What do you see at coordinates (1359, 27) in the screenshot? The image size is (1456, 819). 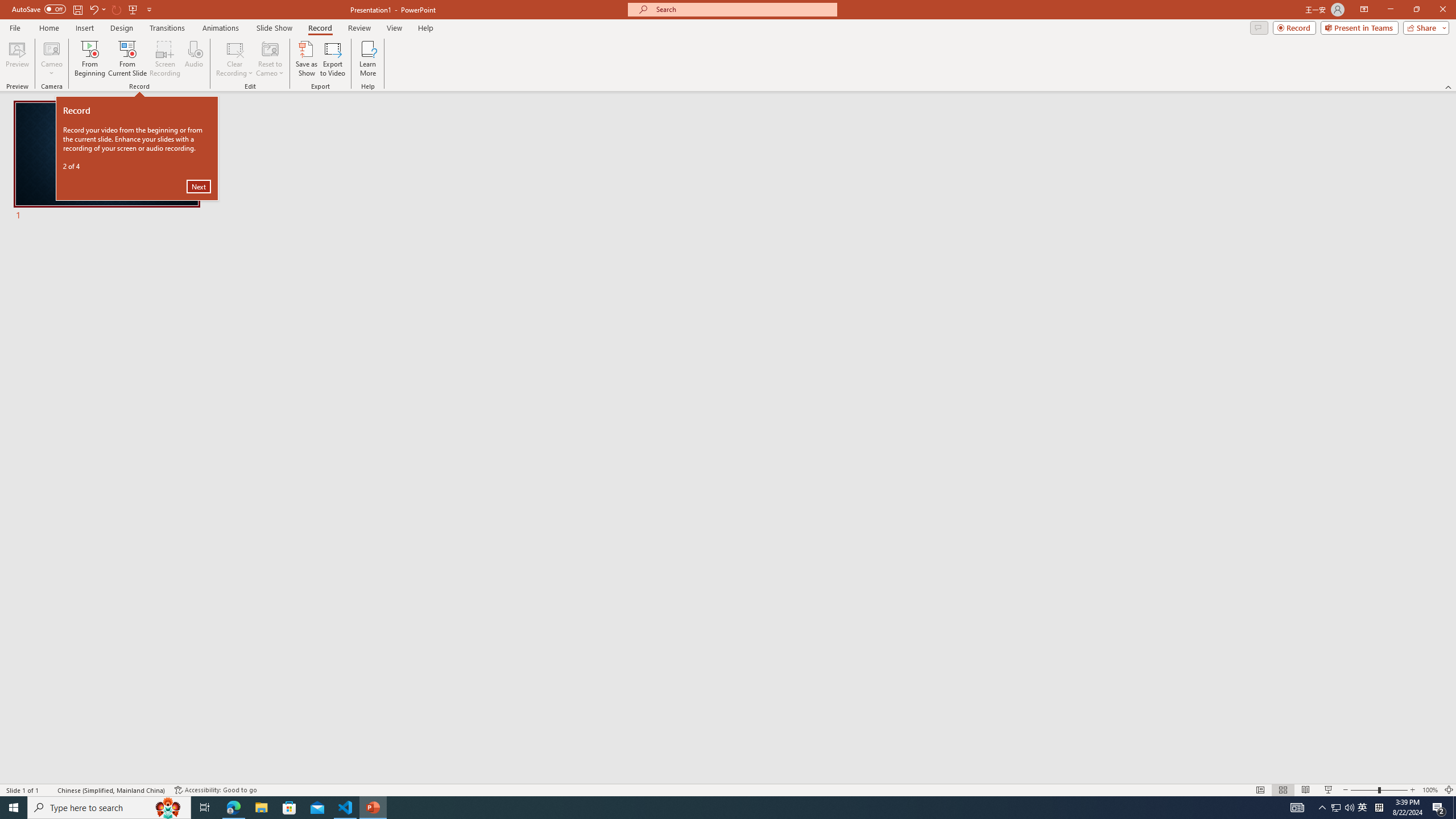 I see `'Present in Teams'` at bounding box center [1359, 27].